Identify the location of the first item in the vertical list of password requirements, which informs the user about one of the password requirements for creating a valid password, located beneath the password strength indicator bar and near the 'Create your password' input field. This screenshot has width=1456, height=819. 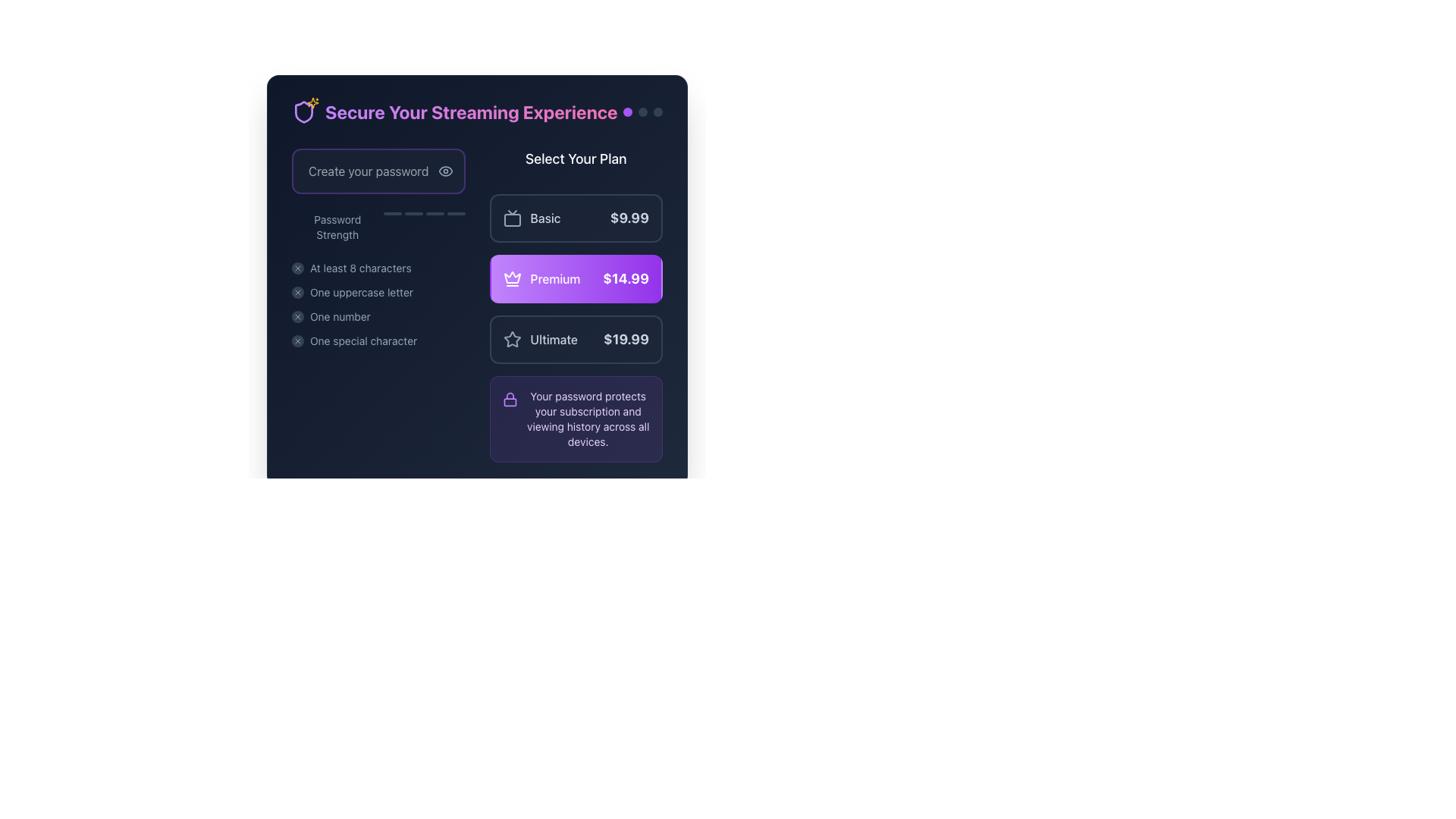
(359, 268).